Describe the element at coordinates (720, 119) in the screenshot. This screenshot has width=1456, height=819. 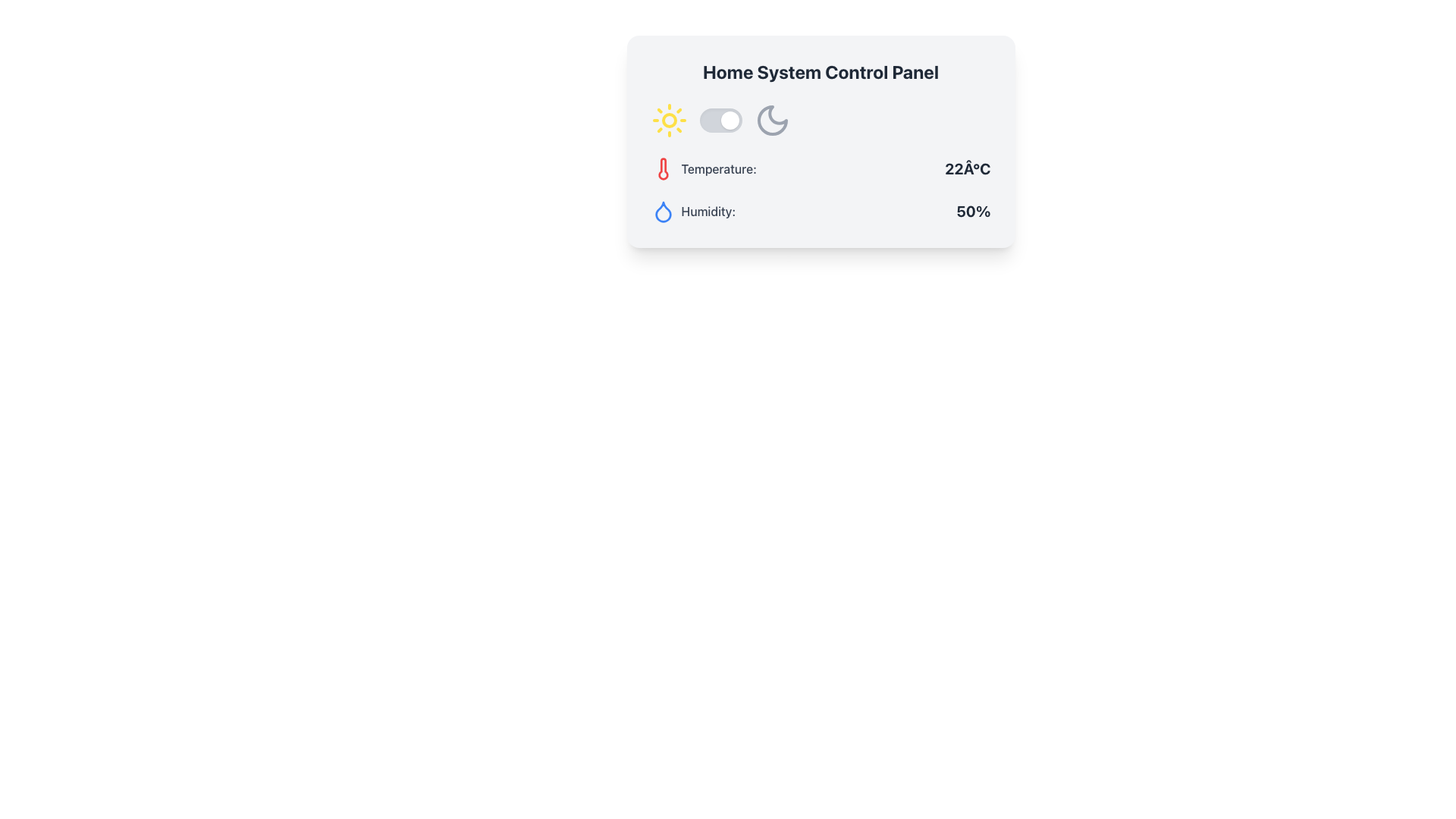
I see `the toggle switch located between the sun and moon icons to switch its state` at that location.